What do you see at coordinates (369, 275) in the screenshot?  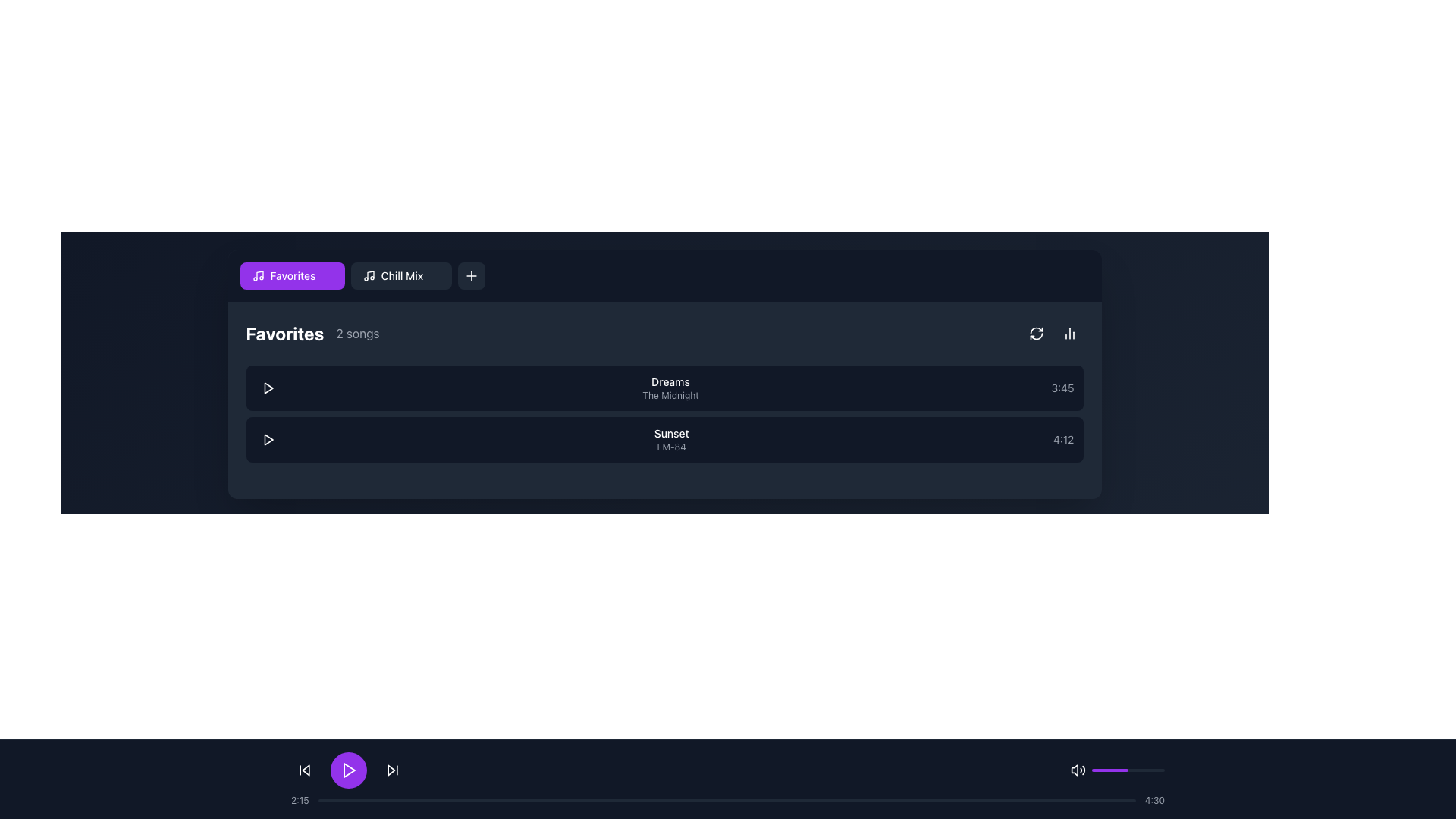 I see `the music playlist icon located on the left side of the 'Chill Mix' section in the navigation bar` at bounding box center [369, 275].